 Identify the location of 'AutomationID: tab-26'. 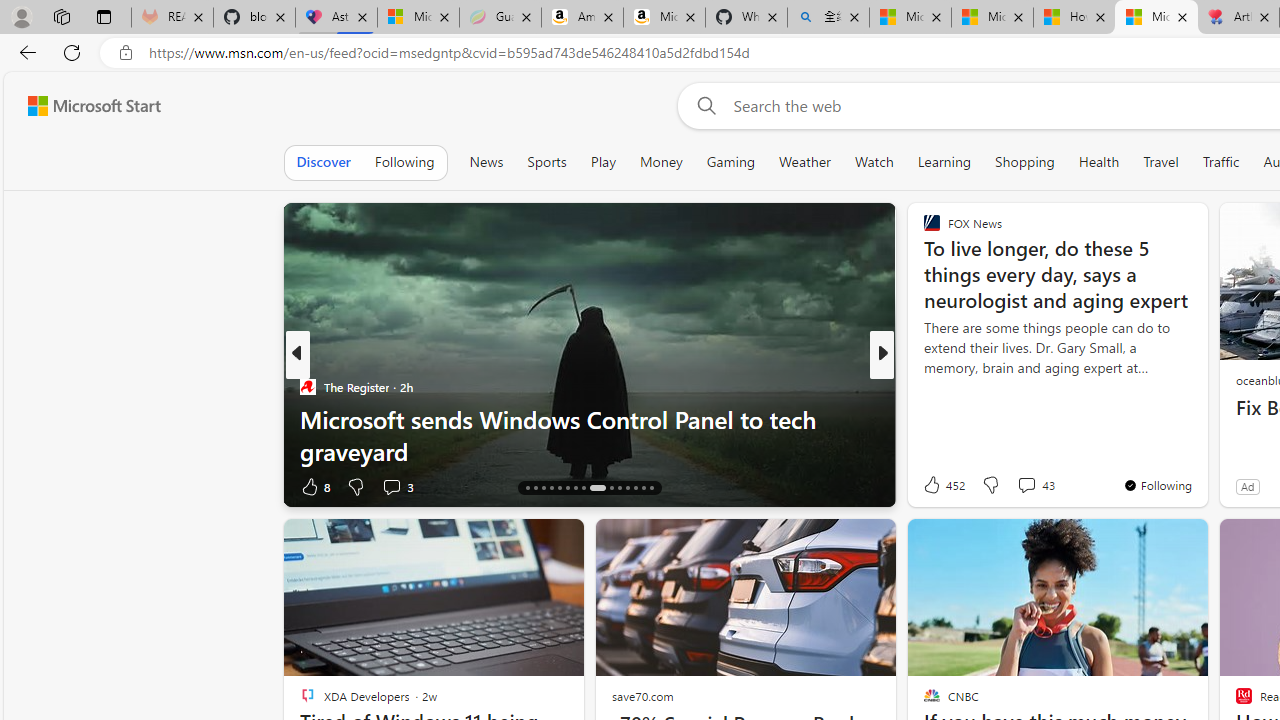
(618, 488).